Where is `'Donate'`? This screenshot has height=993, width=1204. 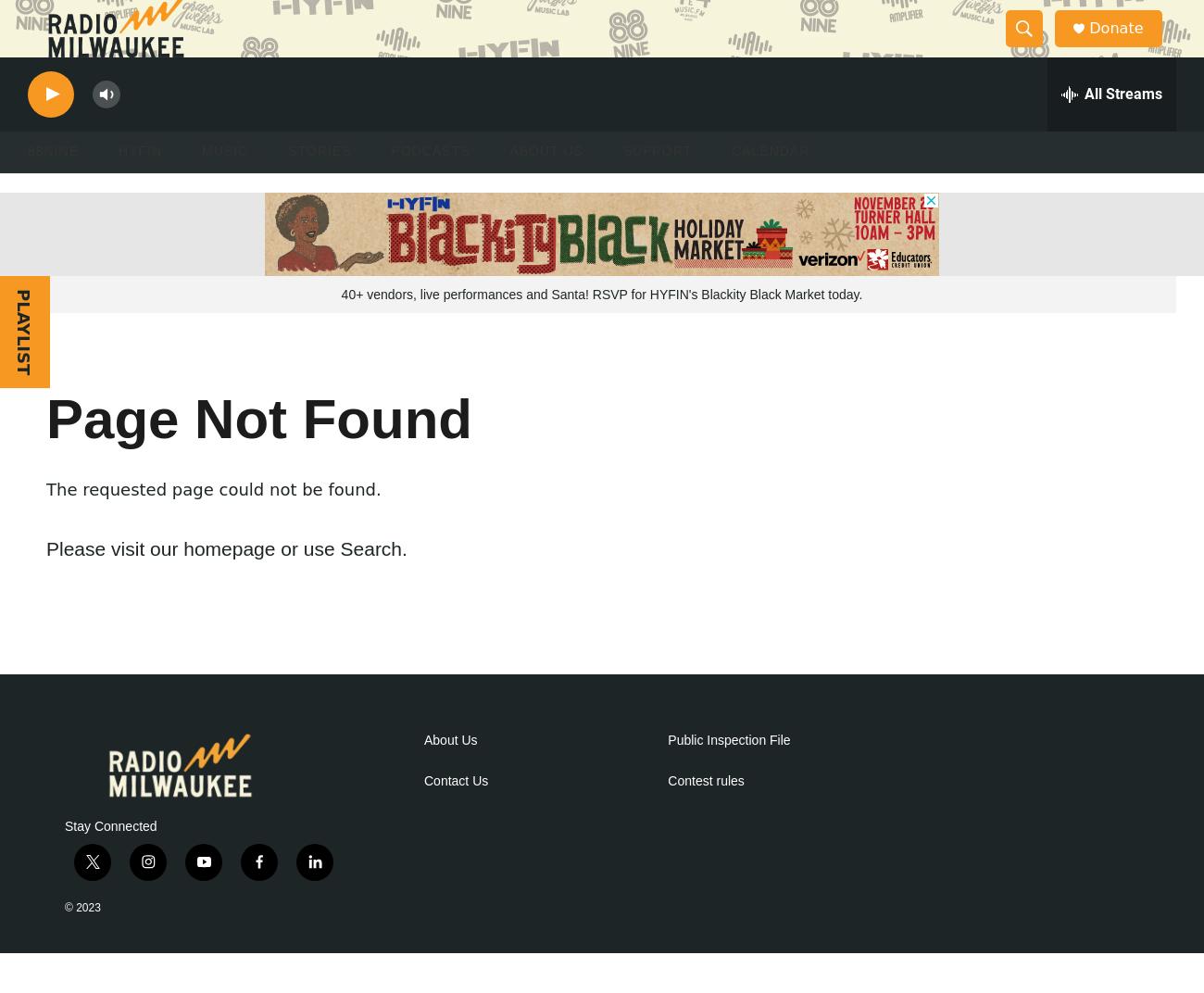
'Donate' is located at coordinates (1125, 45).